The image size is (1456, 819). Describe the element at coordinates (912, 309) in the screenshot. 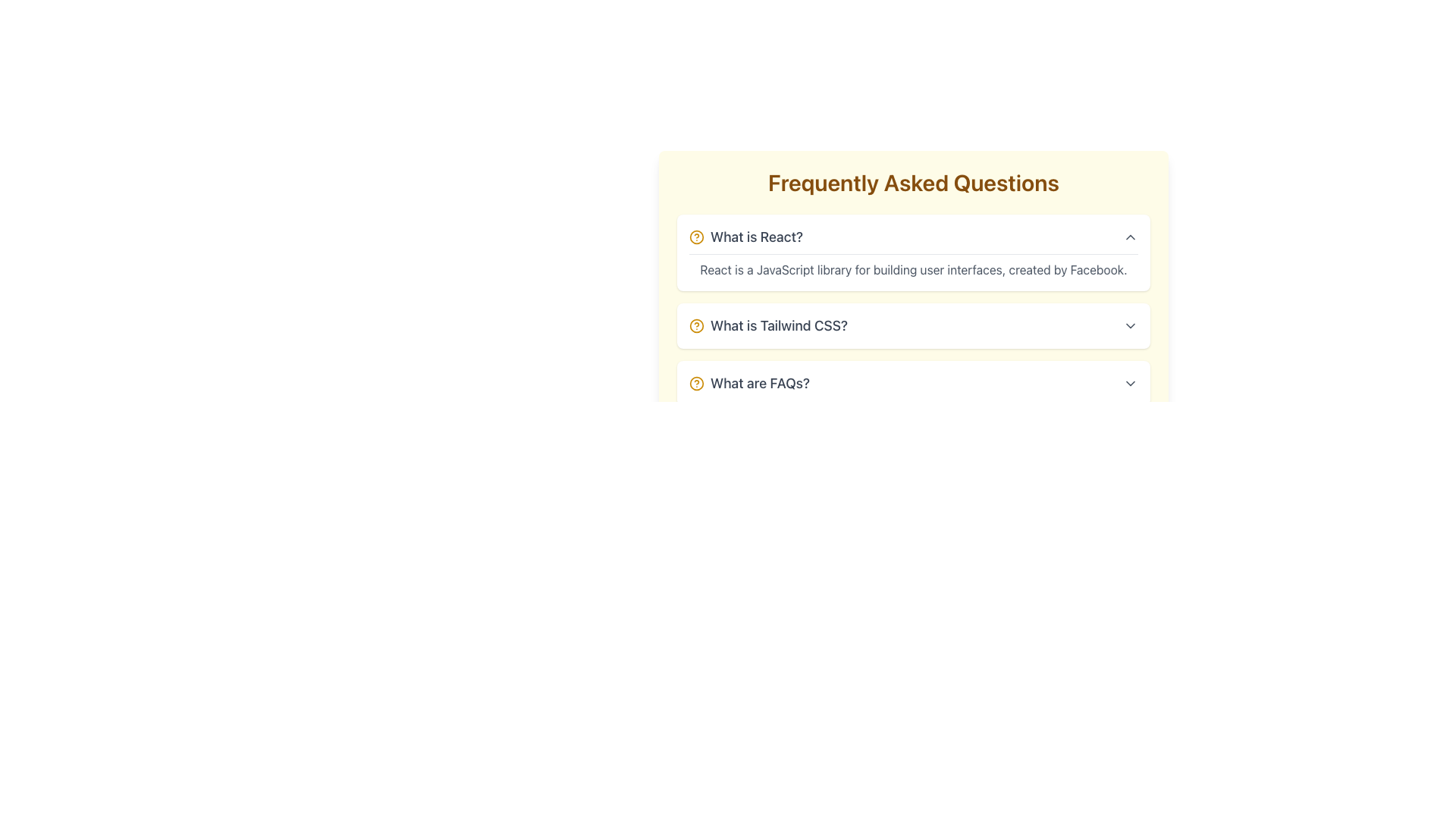

I see `the second section of the Accordion item that allows users to view and hide the answer to 'What is Tailwind CSS?' for accessibility navigation` at that location.